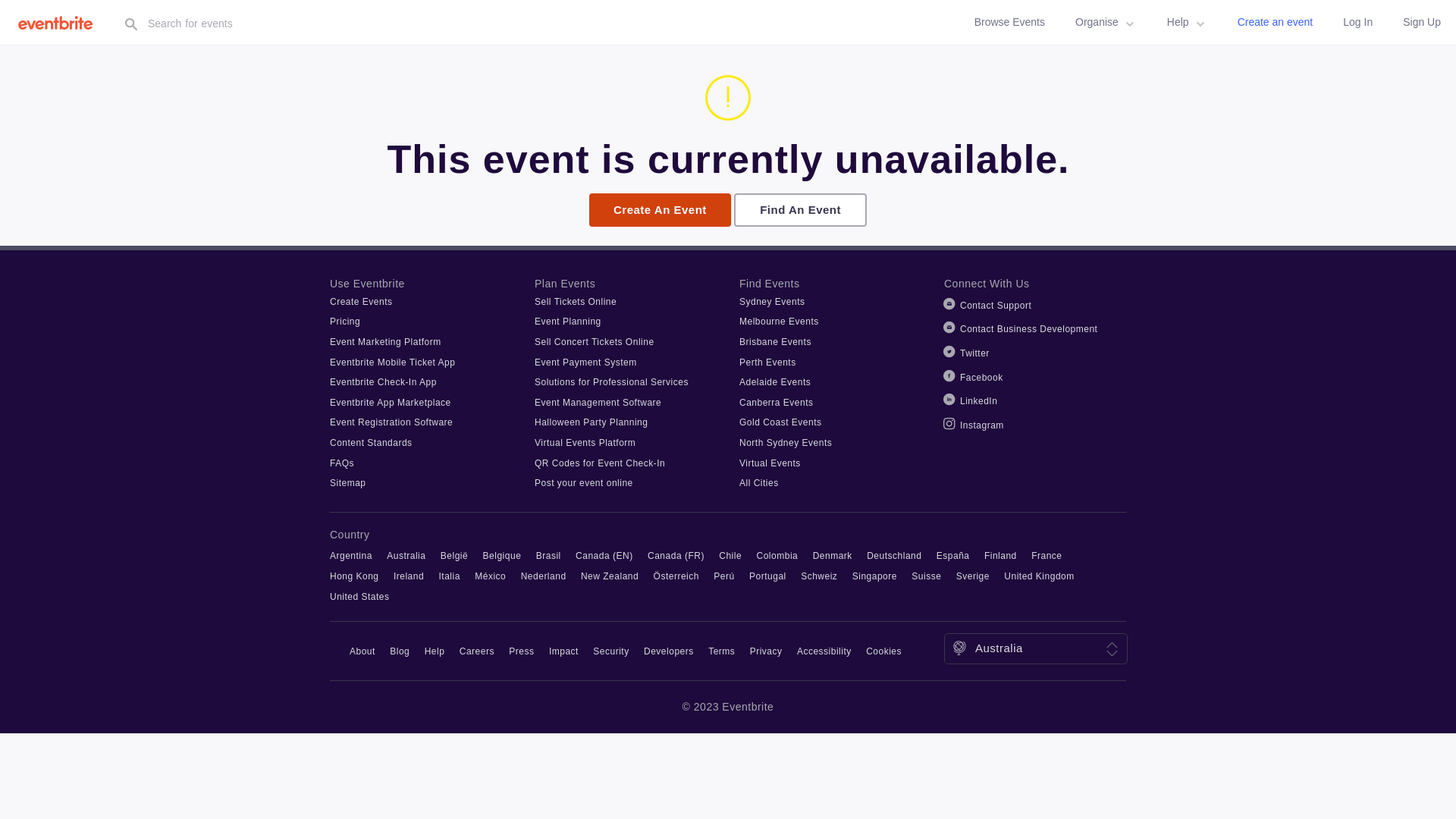 This screenshot has height=819, width=1456. Describe the element at coordinates (535, 402) in the screenshot. I see `'Event Management Software'` at that location.